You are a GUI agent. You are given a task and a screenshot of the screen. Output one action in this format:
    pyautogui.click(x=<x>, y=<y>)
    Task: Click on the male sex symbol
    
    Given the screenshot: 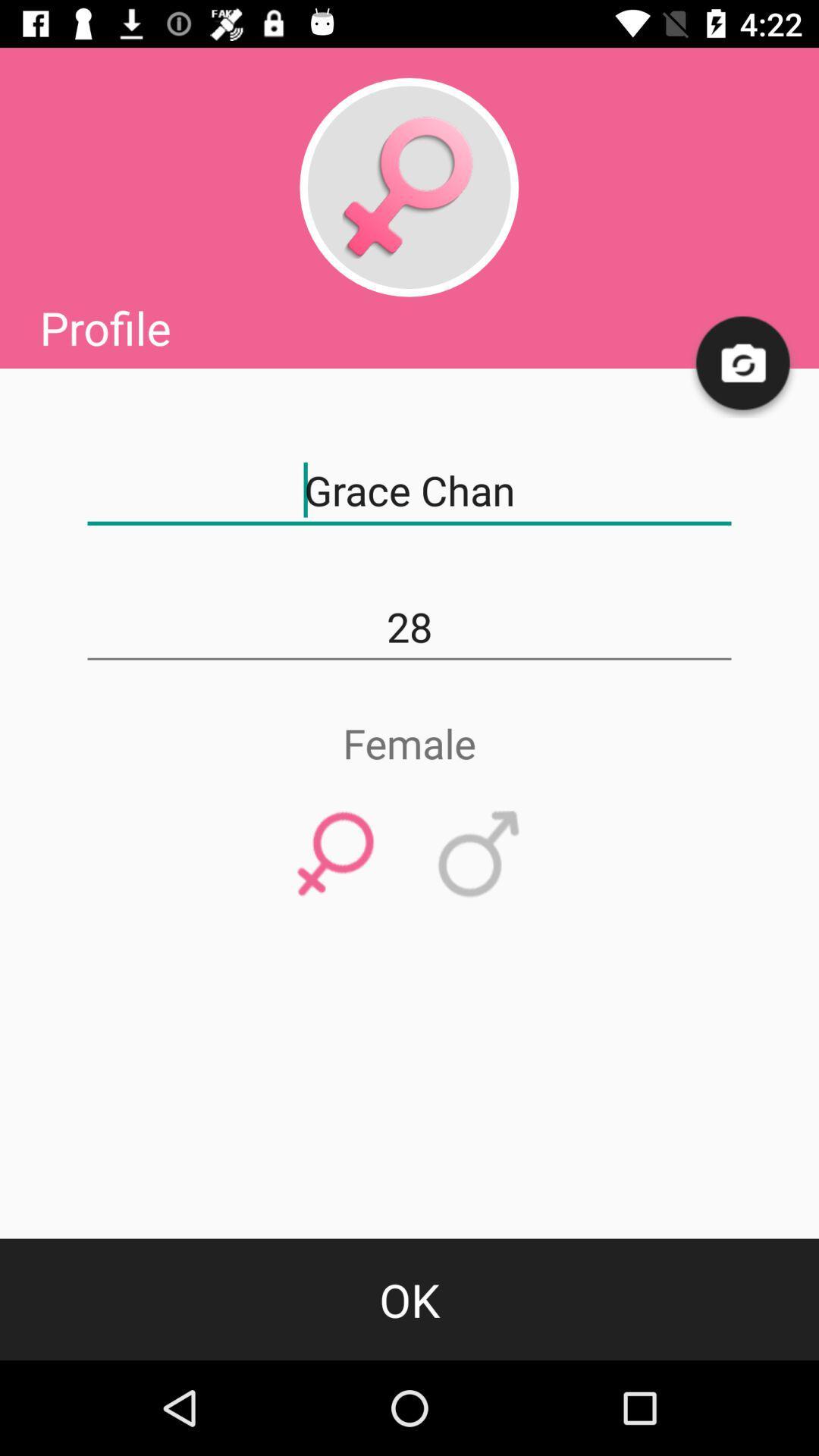 What is the action you would take?
    pyautogui.click(x=479, y=855)
    